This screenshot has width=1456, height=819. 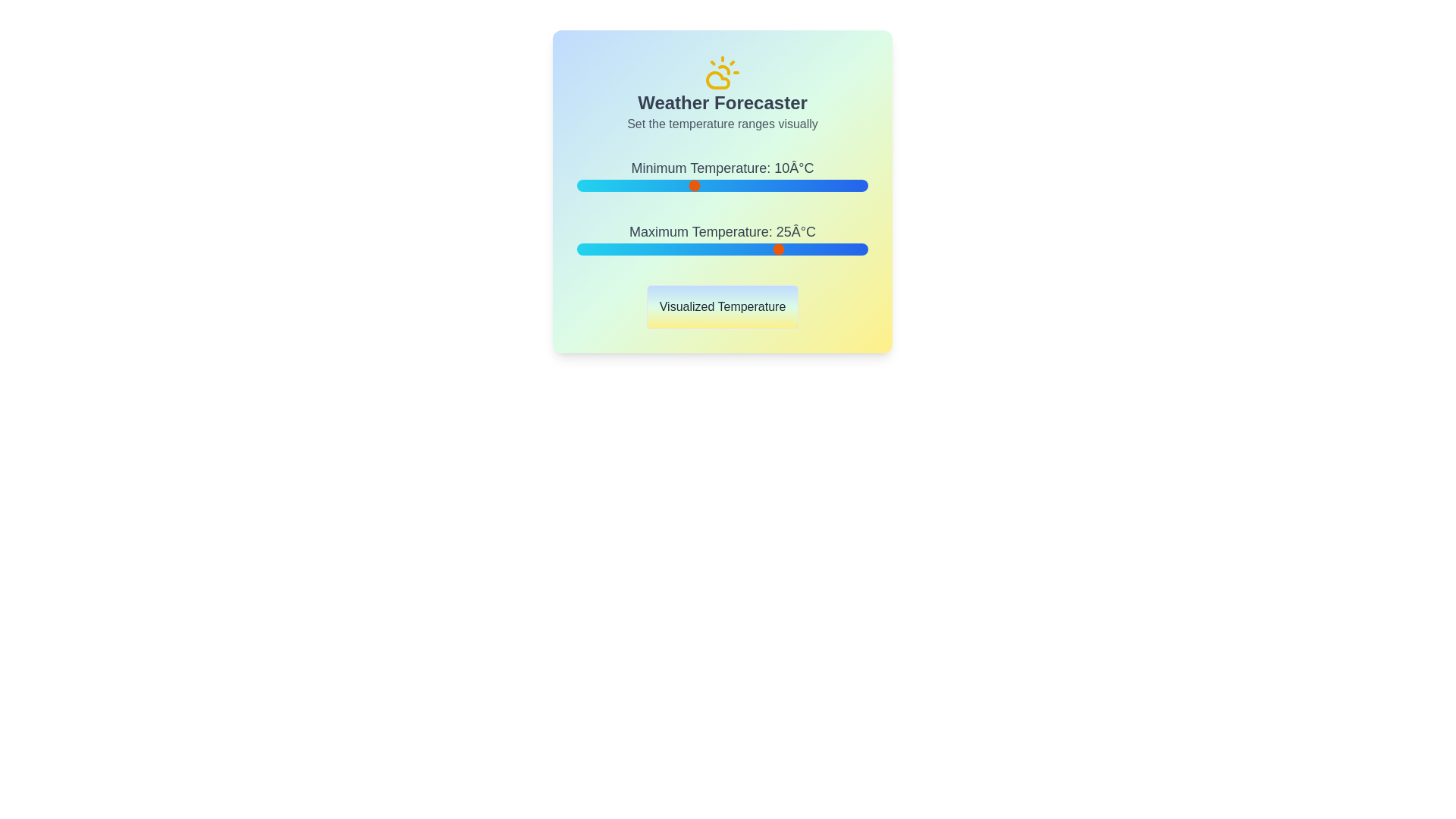 What do you see at coordinates (629, 185) in the screenshot?
I see `the minimum temperature slider to -1°C` at bounding box center [629, 185].